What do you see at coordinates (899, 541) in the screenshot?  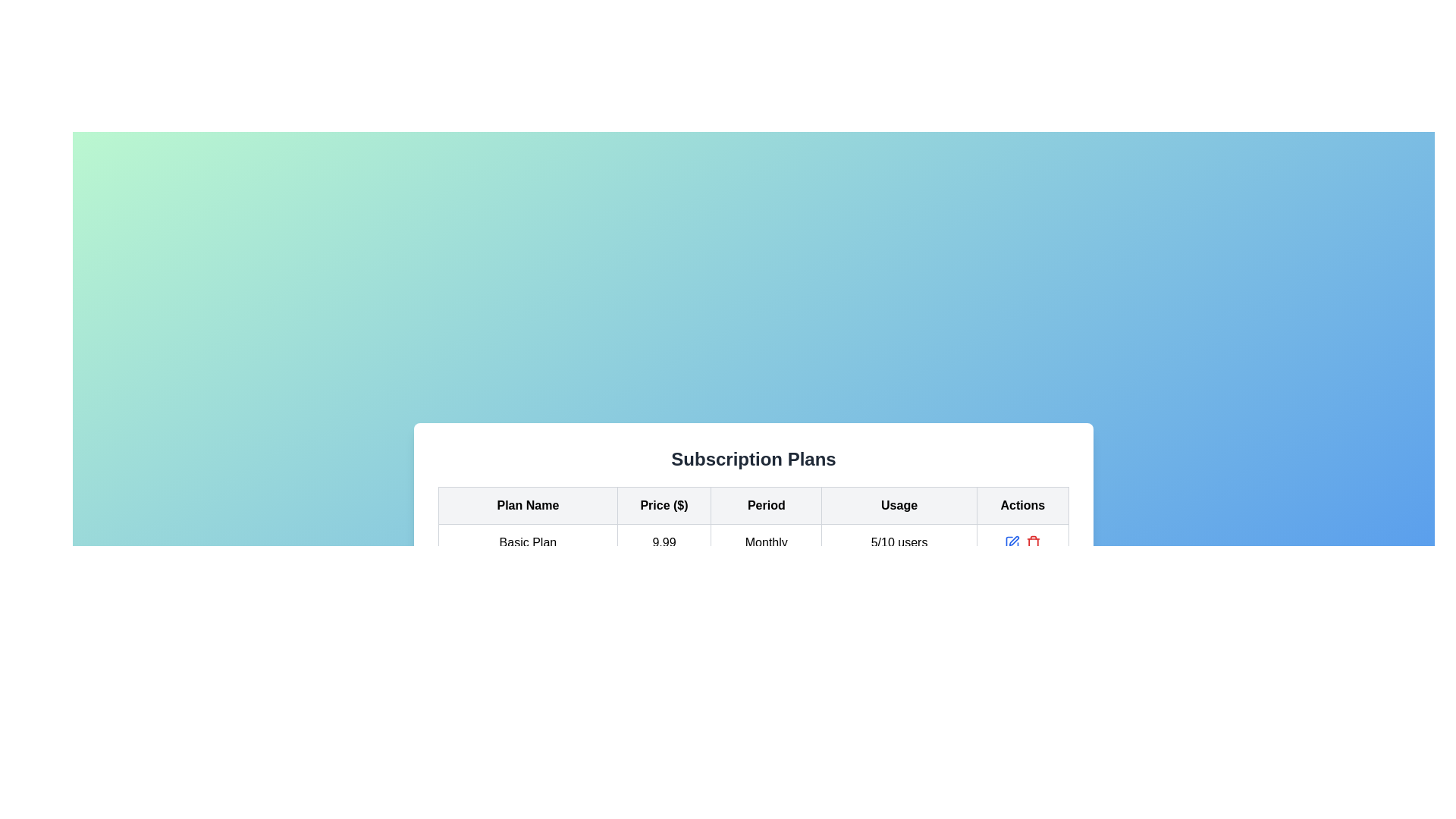 I see `the text label '5/10 users' located in the fourth column of the 'Basic Plan' table row, which has a gray border and is styled for readability against a white background` at bounding box center [899, 541].